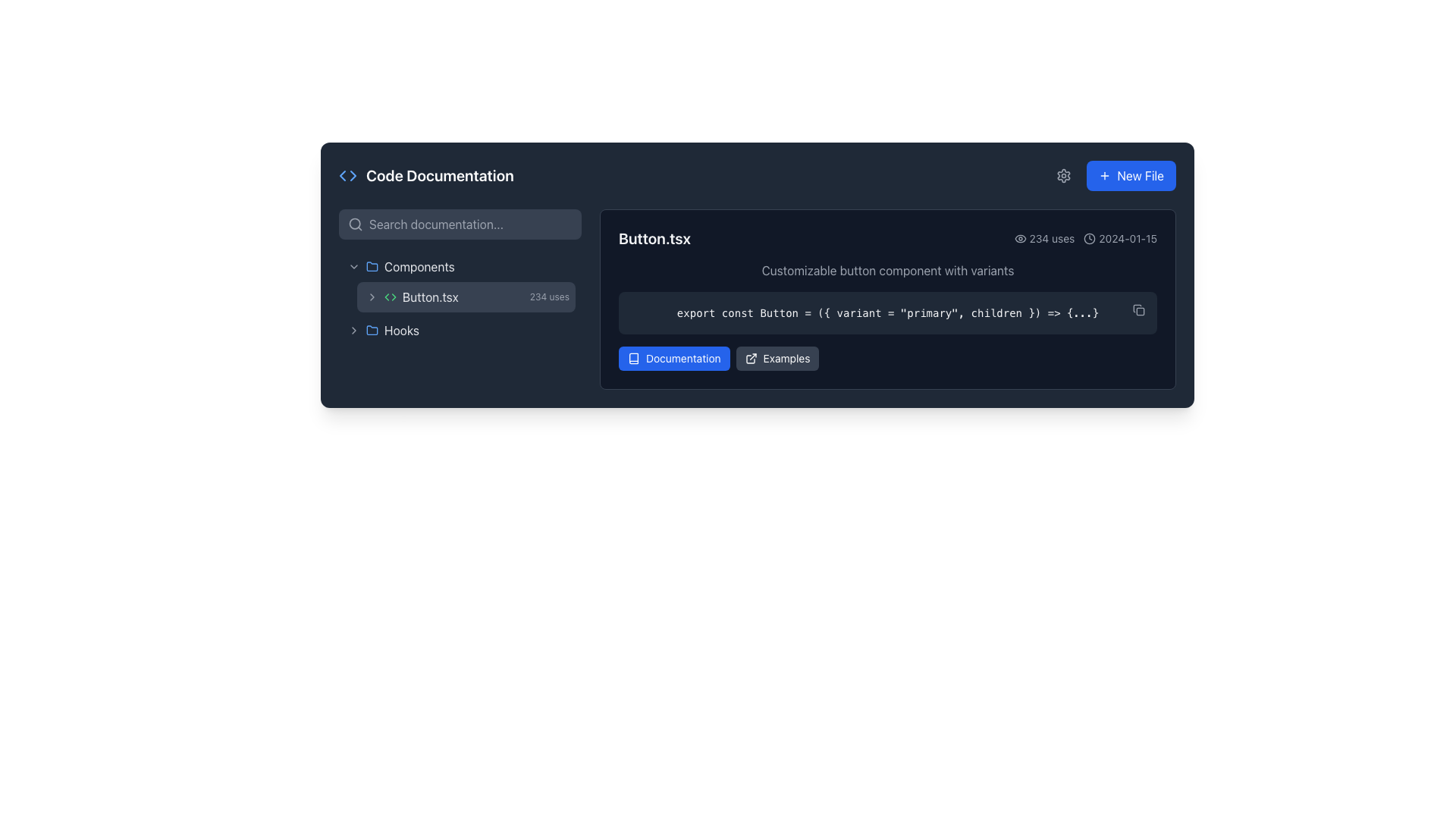  Describe the element at coordinates (372, 297) in the screenshot. I see `the Button located in the sidebar under the 'Components' label, just before the 'Button.tsx' text, to change its background` at that location.